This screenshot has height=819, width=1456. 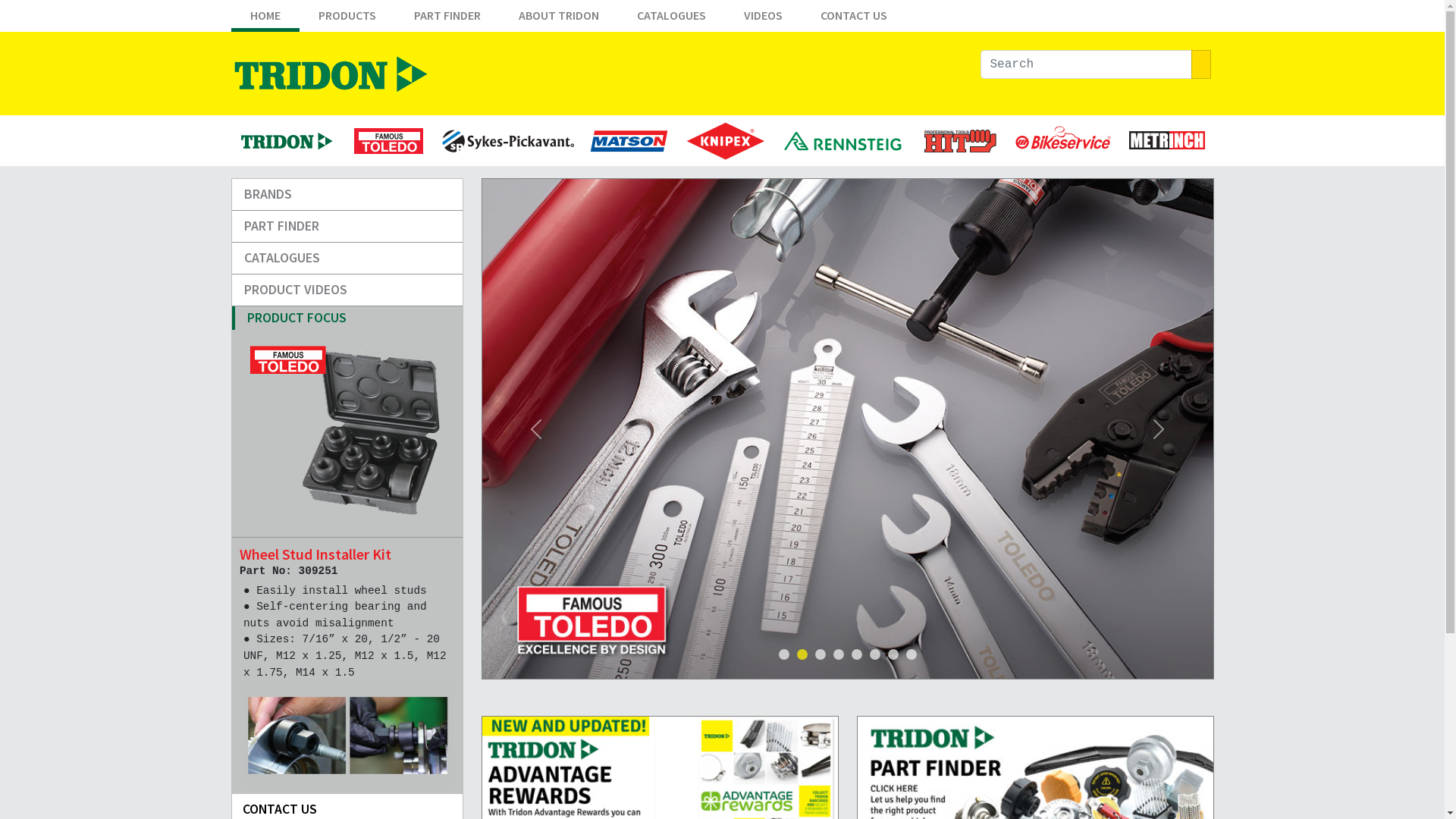 What do you see at coordinates (265, 18) in the screenshot?
I see `'HOME'` at bounding box center [265, 18].